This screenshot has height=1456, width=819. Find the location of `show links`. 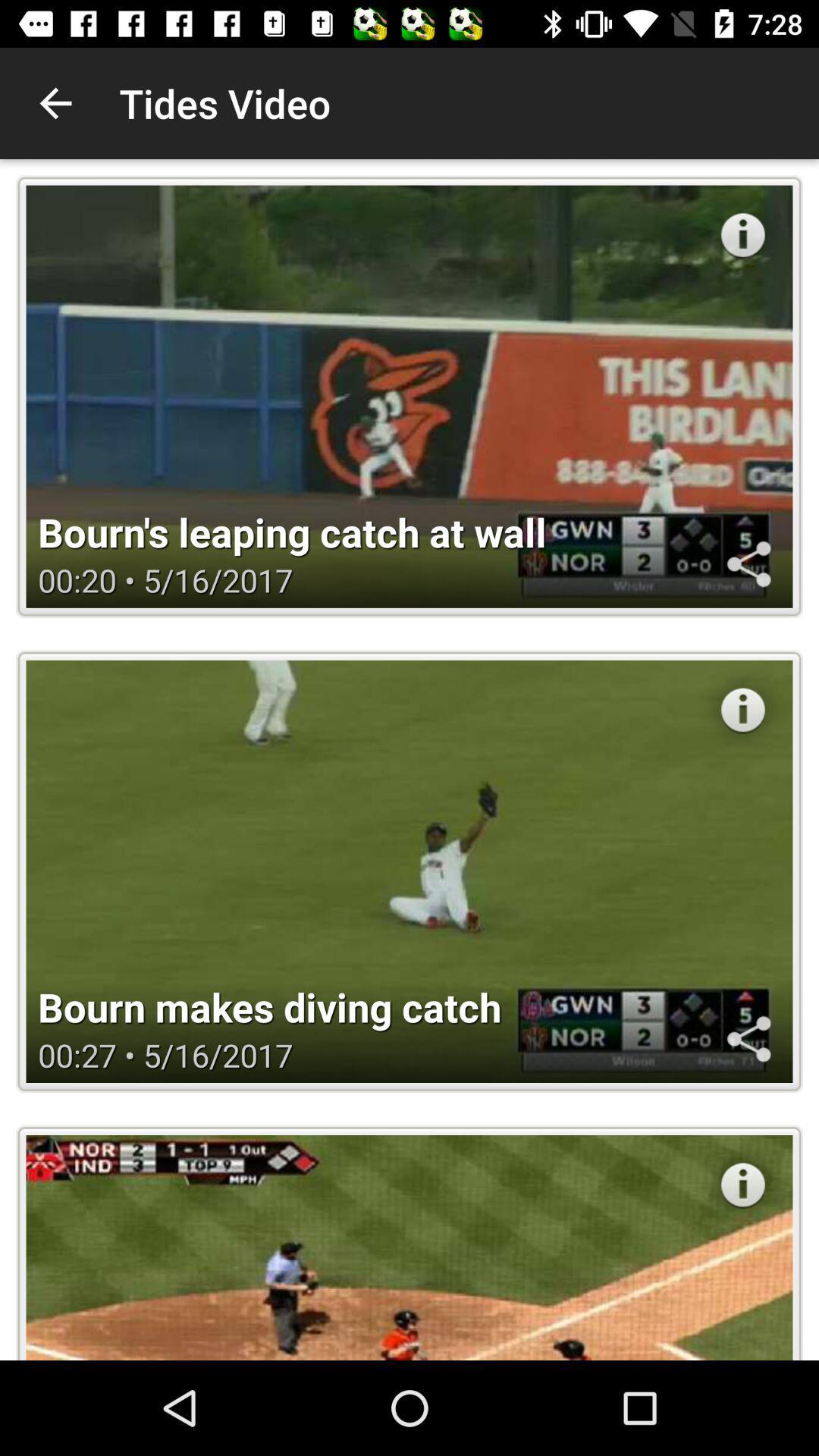

show links is located at coordinates (748, 563).